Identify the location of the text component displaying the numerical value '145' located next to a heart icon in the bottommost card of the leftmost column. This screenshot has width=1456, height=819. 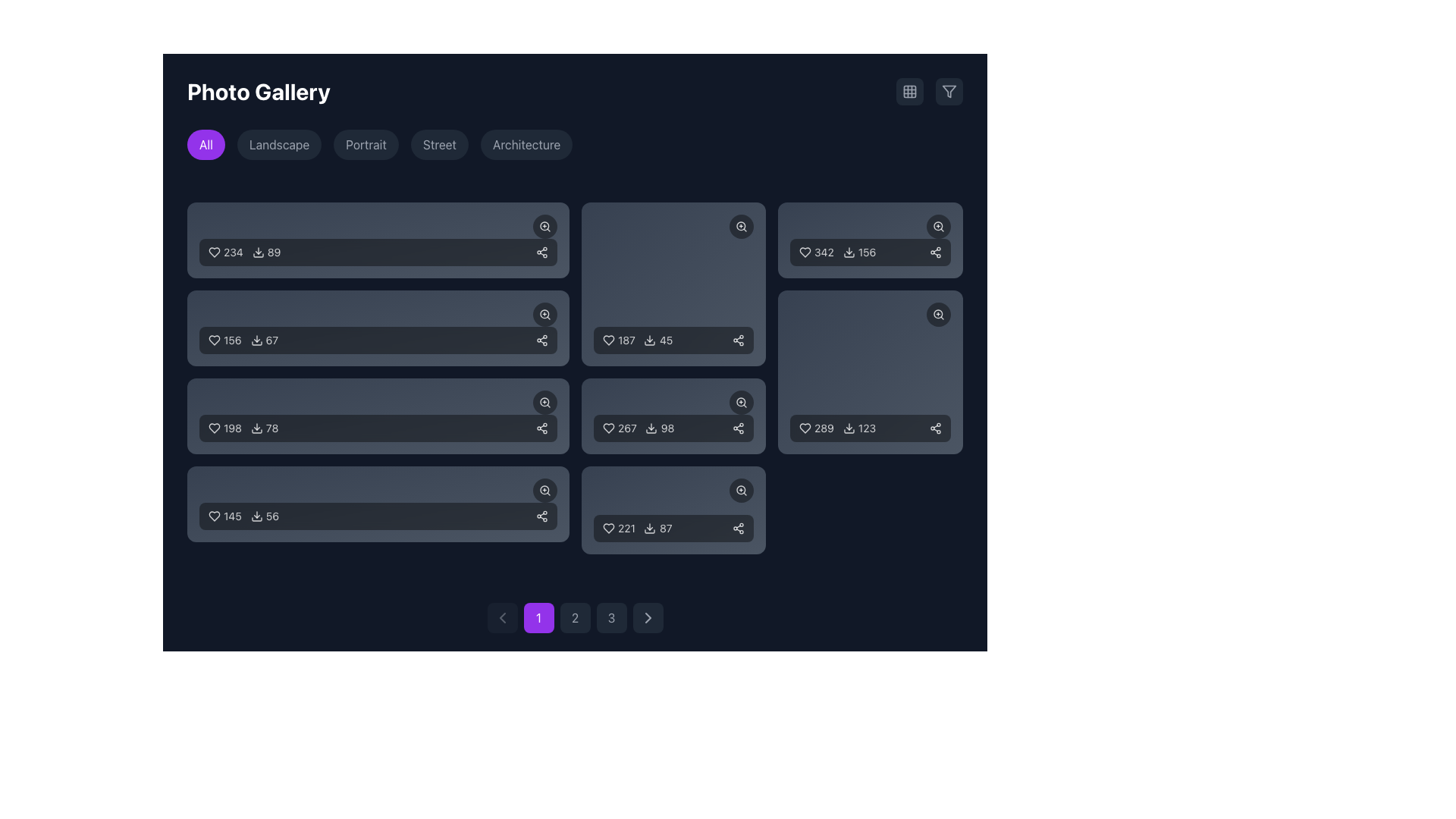
(231, 516).